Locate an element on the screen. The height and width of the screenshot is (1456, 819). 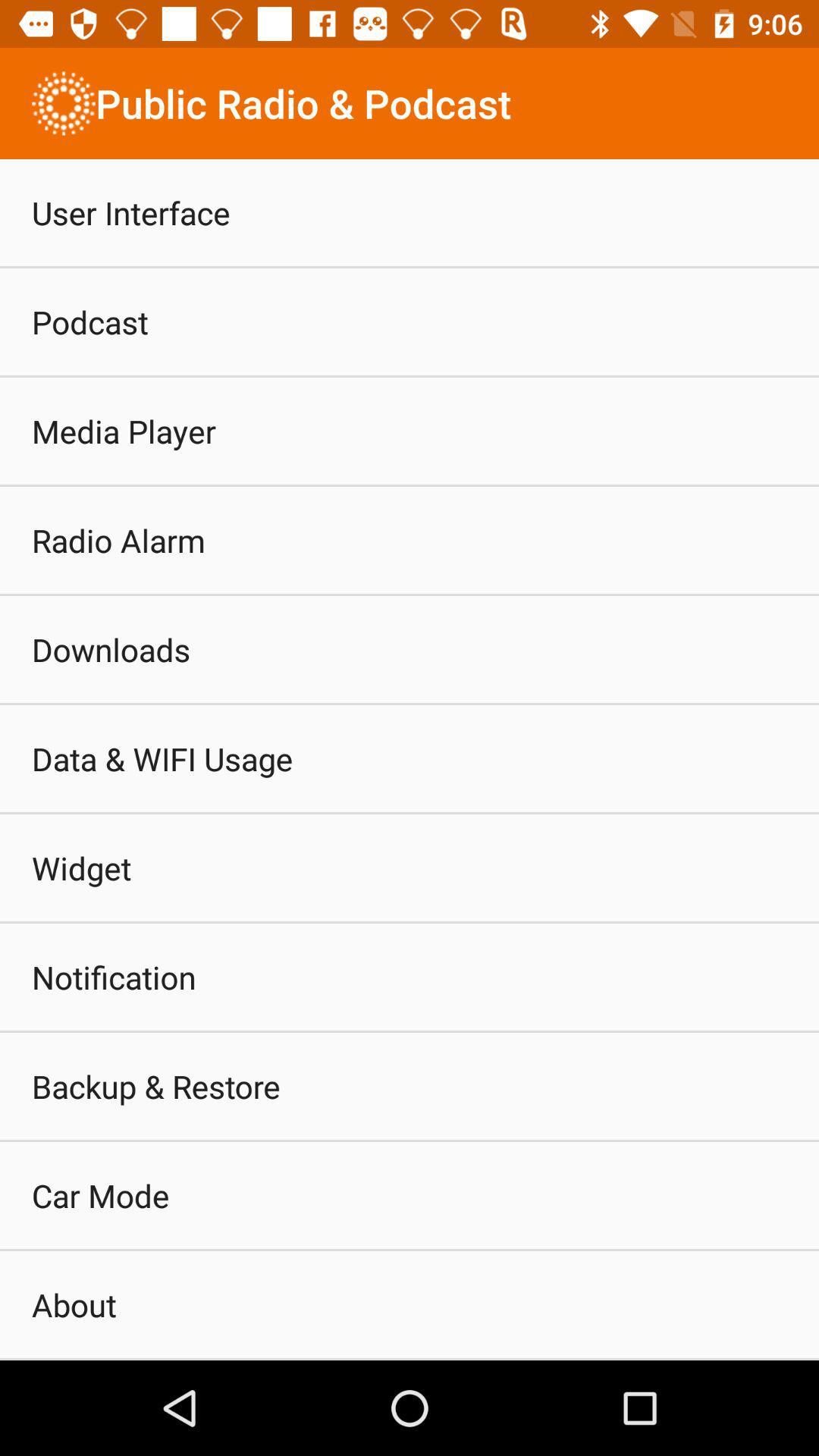
the icon above notification icon is located at coordinates (81, 868).